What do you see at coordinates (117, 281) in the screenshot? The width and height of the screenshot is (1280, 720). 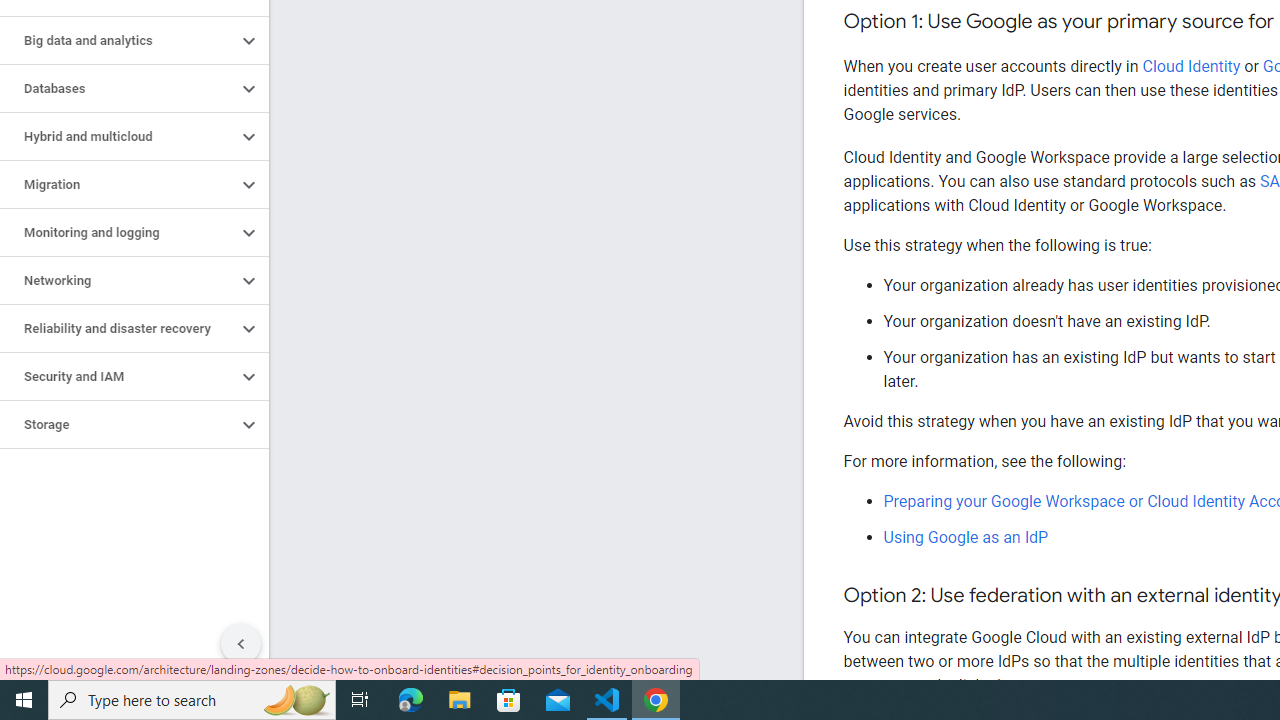 I see `'Networking'` at bounding box center [117, 281].